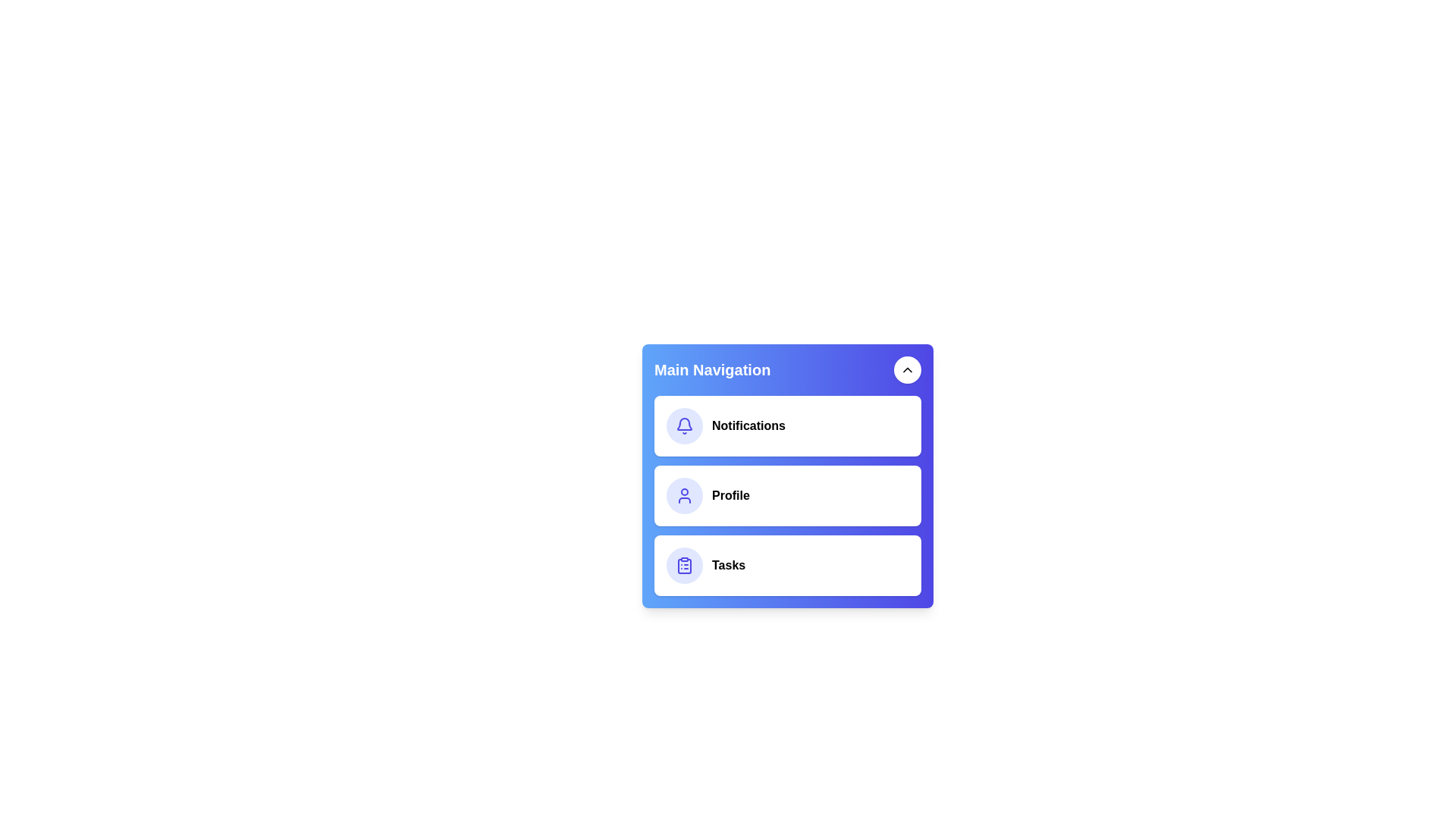 Image resolution: width=1456 pixels, height=819 pixels. What do you see at coordinates (787, 565) in the screenshot?
I see `the menu item Tasks to perform its associated action` at bounding box center [787, 565].